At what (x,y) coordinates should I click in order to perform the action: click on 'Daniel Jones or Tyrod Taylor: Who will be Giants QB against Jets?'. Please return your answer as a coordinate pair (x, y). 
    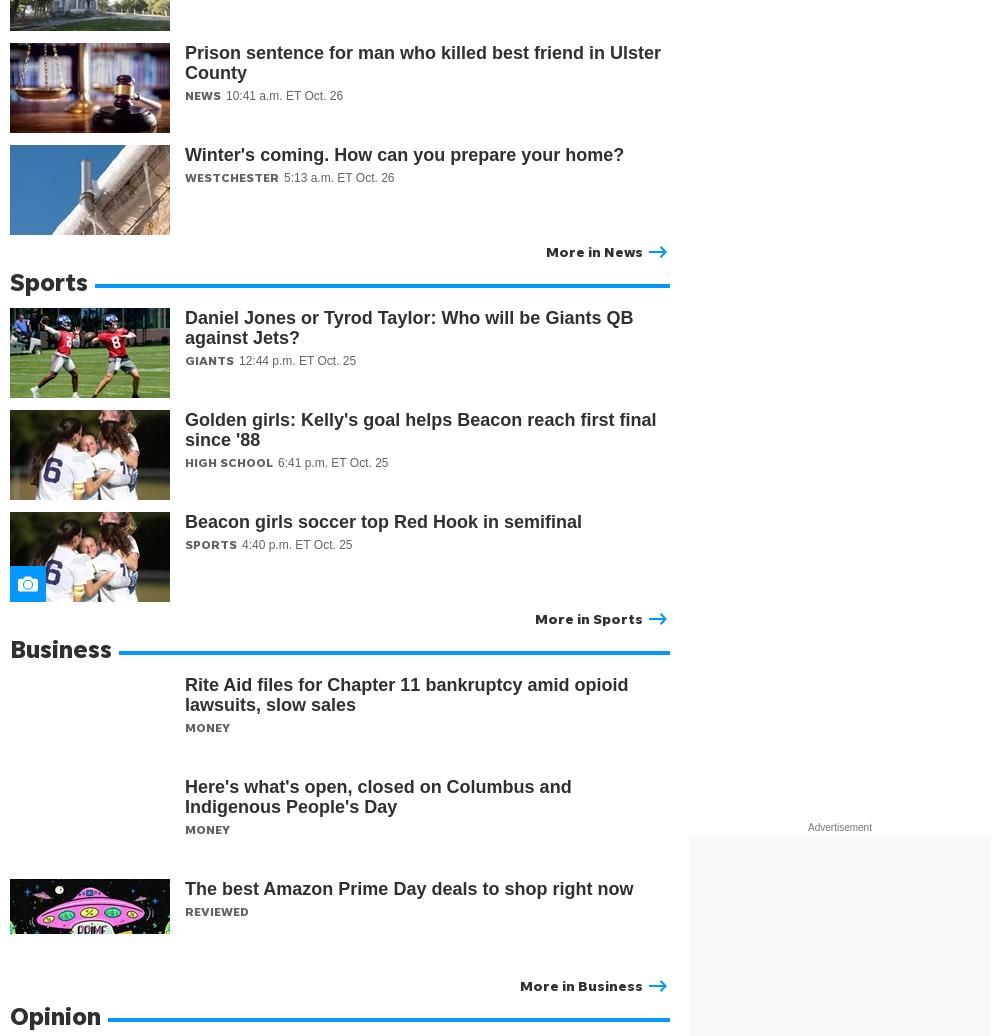
    Looking at the image, I should click on (409, 327).